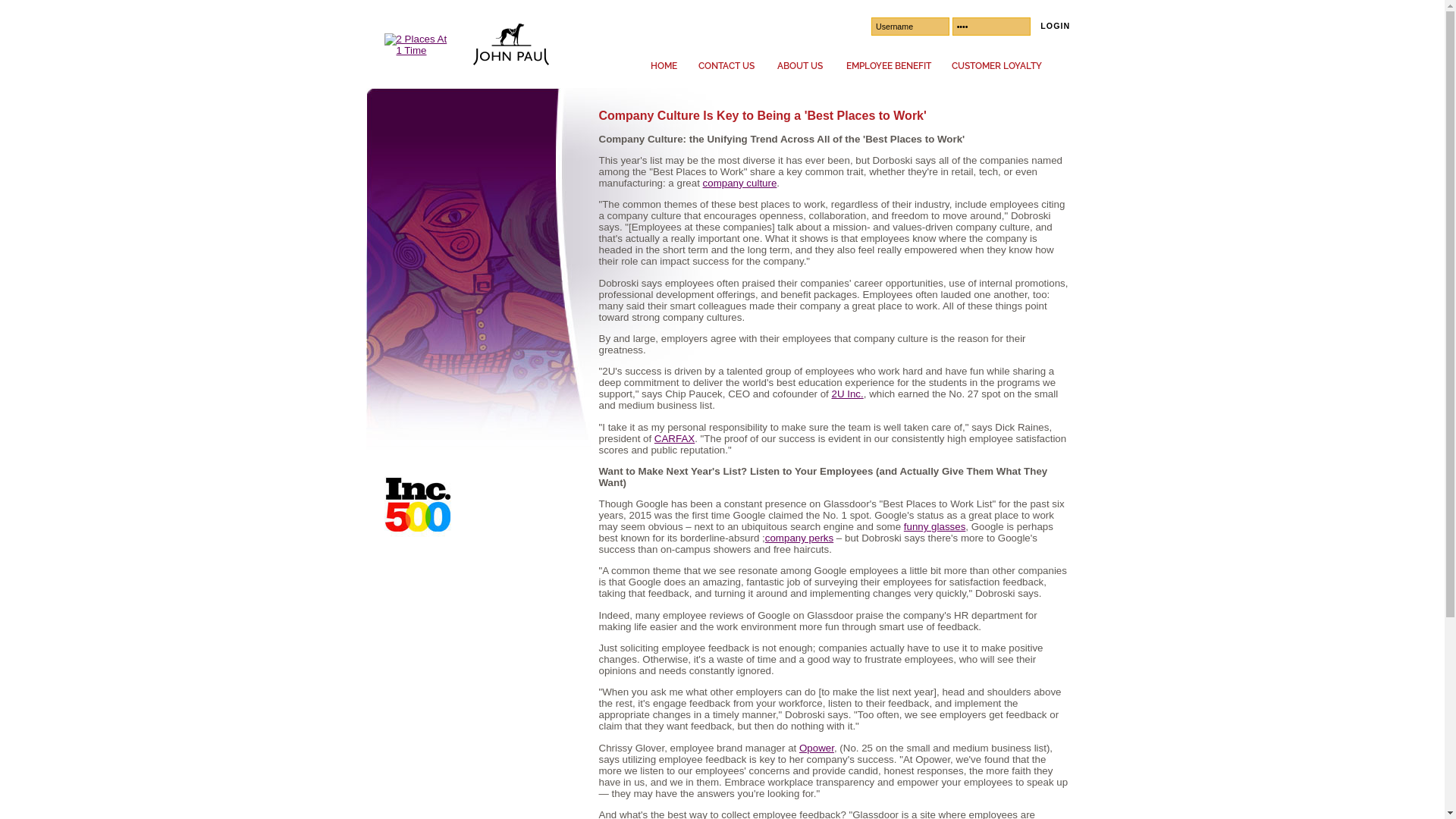  I want to click on 'EMPLOYEE BENEFIT', so click(888, 65).